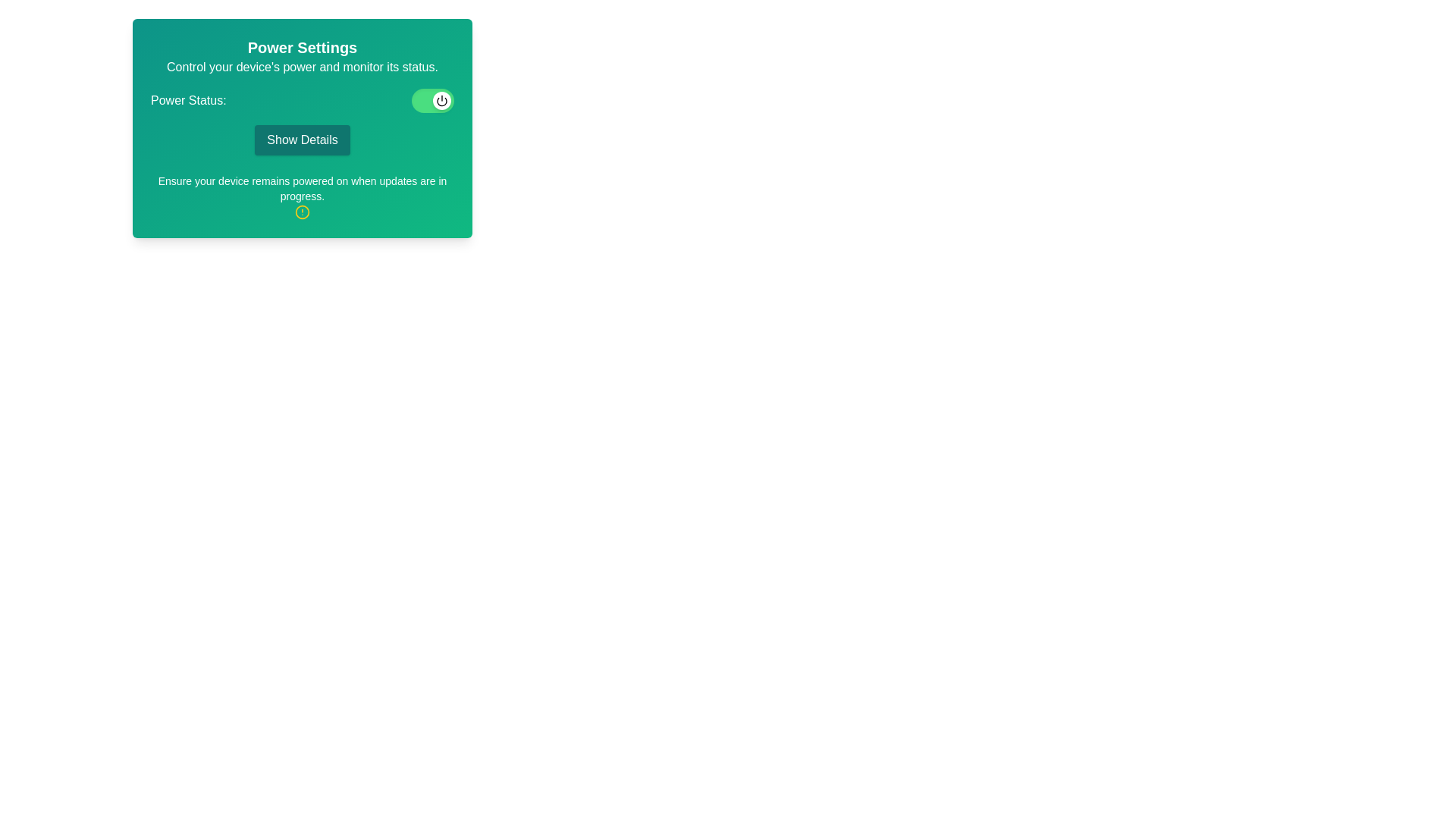 The image size is (1456, 819). I want to click on the button located below the label 'Power Status:', so click(302, 127).